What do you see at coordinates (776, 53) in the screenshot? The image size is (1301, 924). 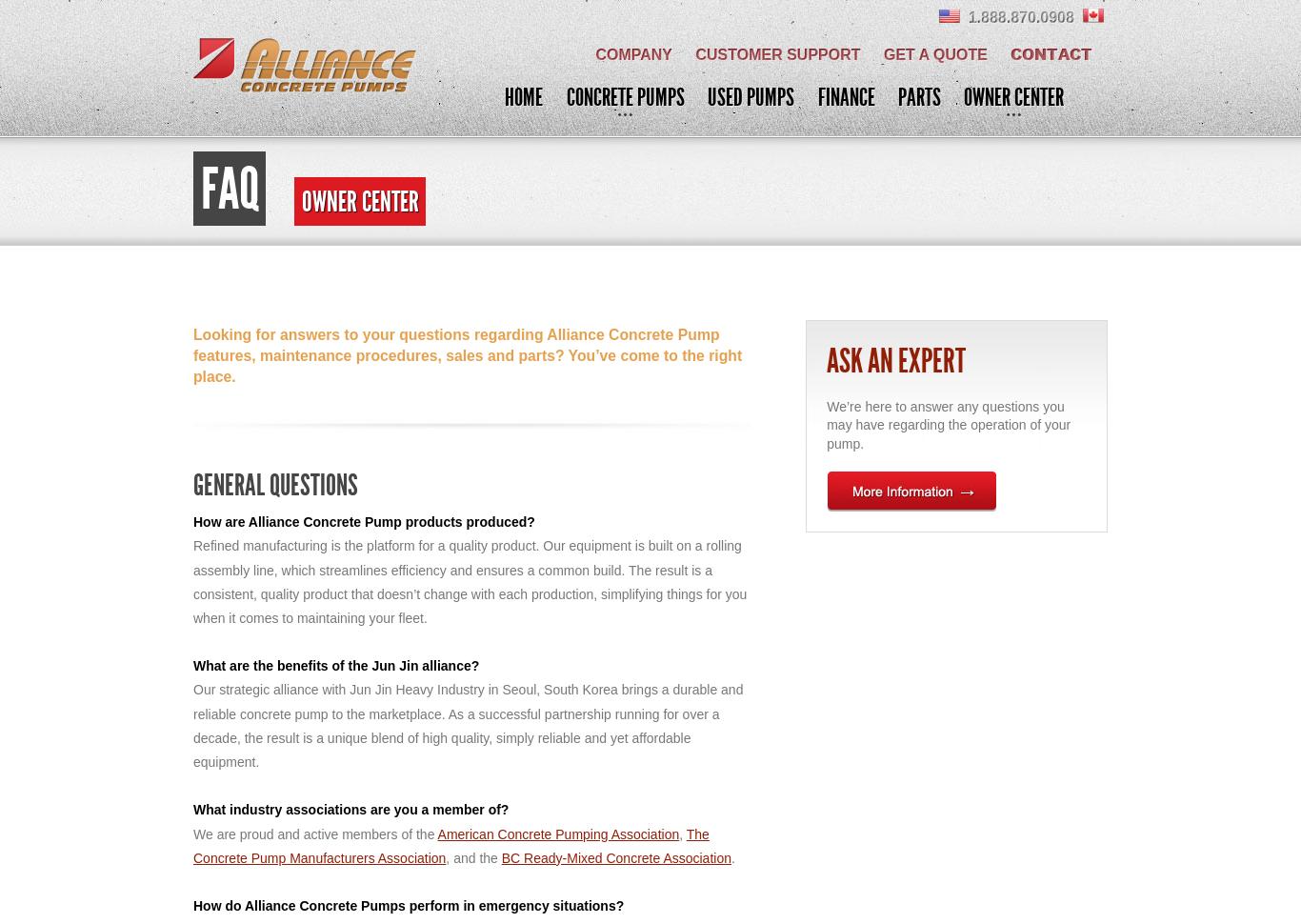 I see `'Customer Support'` at bounding box center [776, 53].